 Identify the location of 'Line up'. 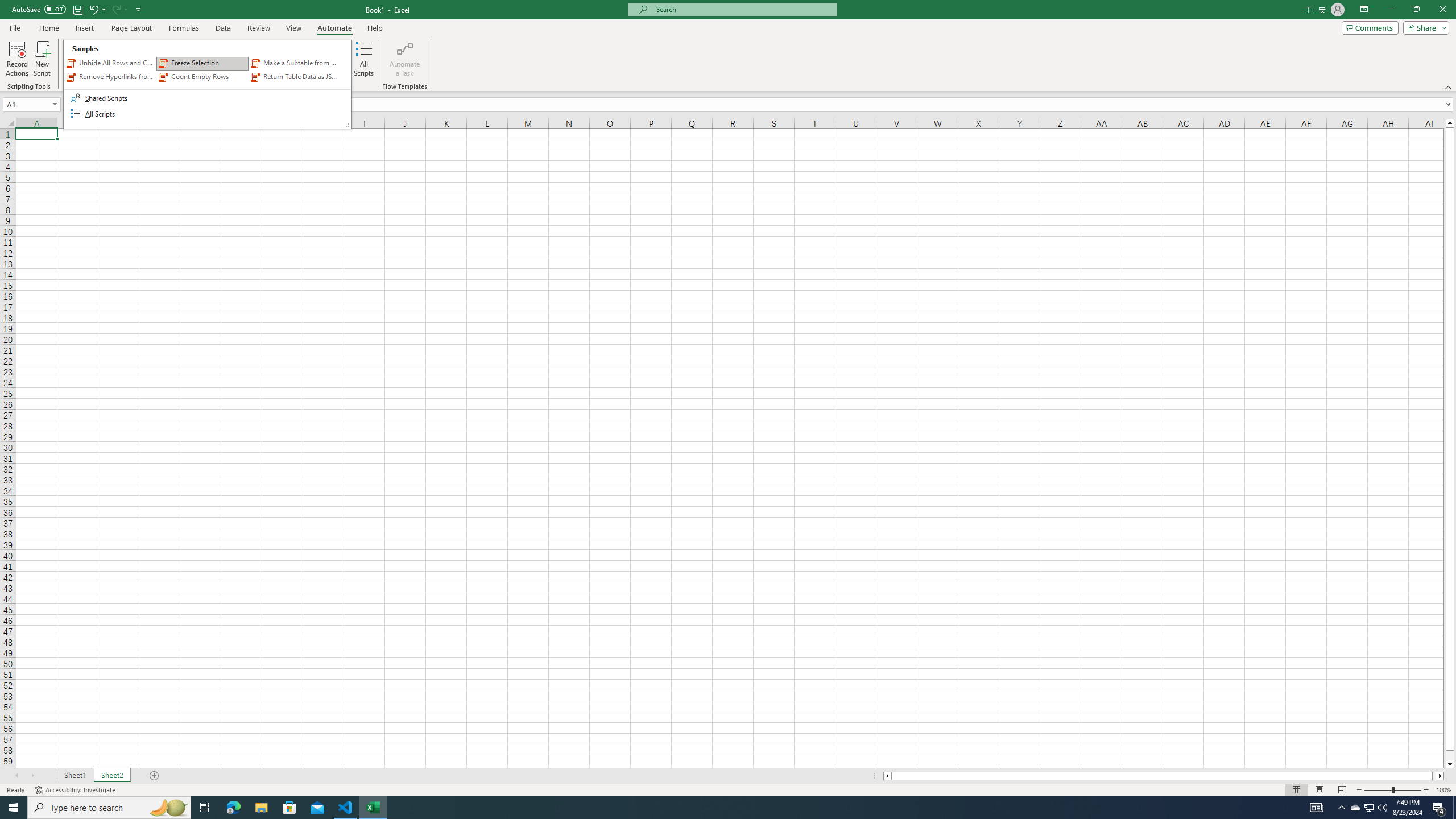
(1449, 122).